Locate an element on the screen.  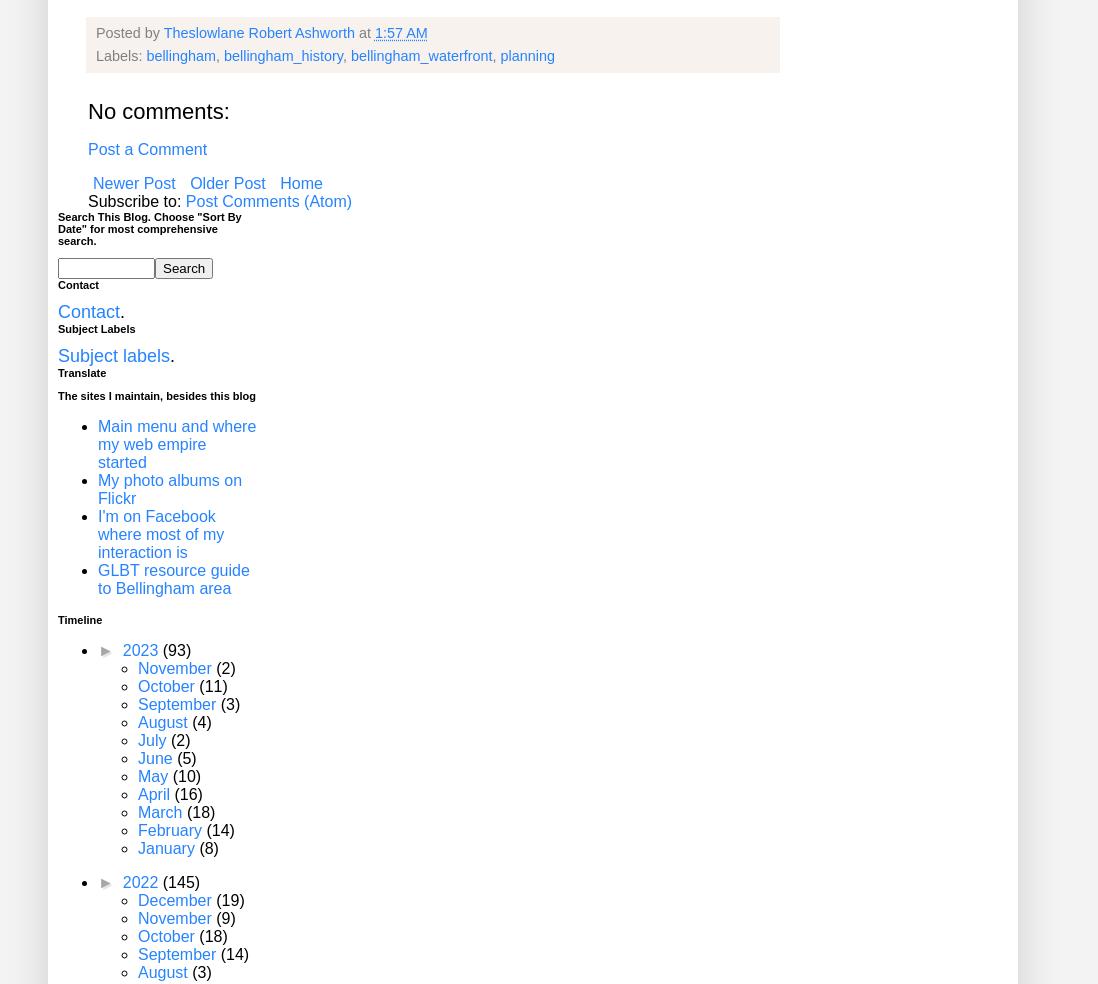
'My photo albums on Flickr' is located at coordinates (169, 489).